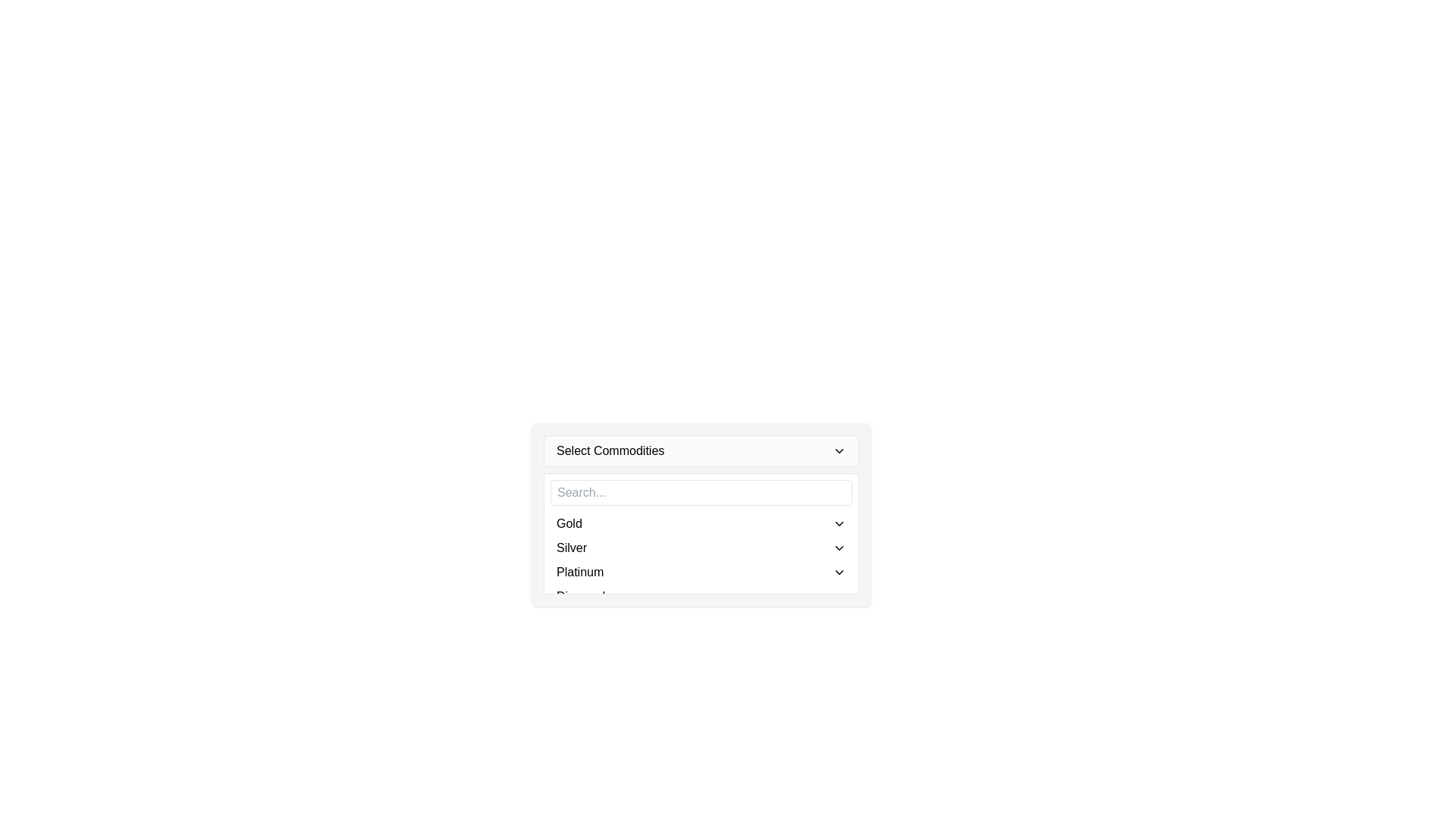  Describe the element at coordinates (570, 548) in the screenshot. I see `the text label displaying the word 'Silver'` at that location.